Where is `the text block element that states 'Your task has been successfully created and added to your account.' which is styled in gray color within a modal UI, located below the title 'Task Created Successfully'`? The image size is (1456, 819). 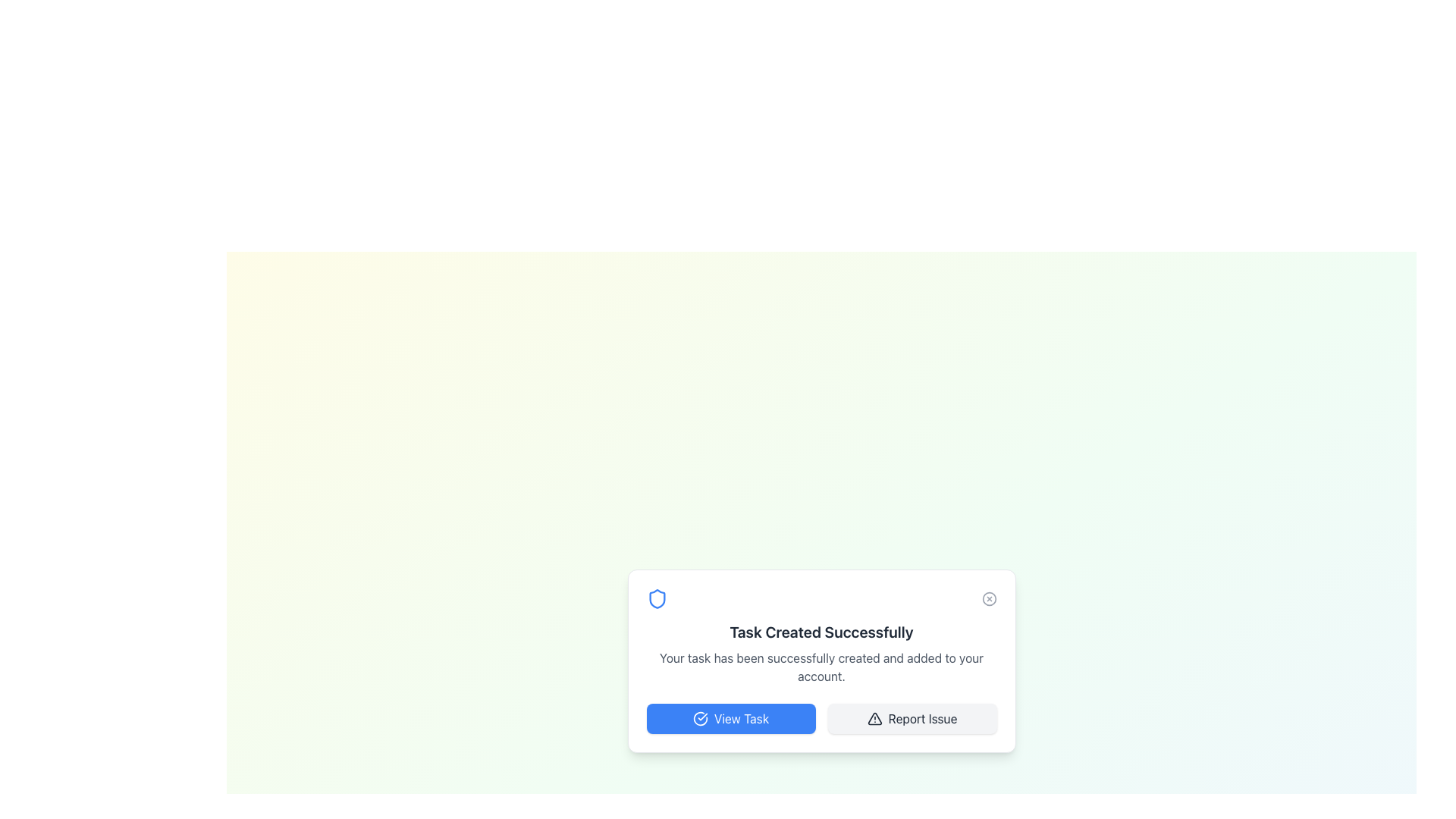 the text block element that states 'Your task has been successfully created and added to your account.' which is styled in gray color within a modal UI, located below the title 'Task Created Successfully' is located at coordinates (821, 666).